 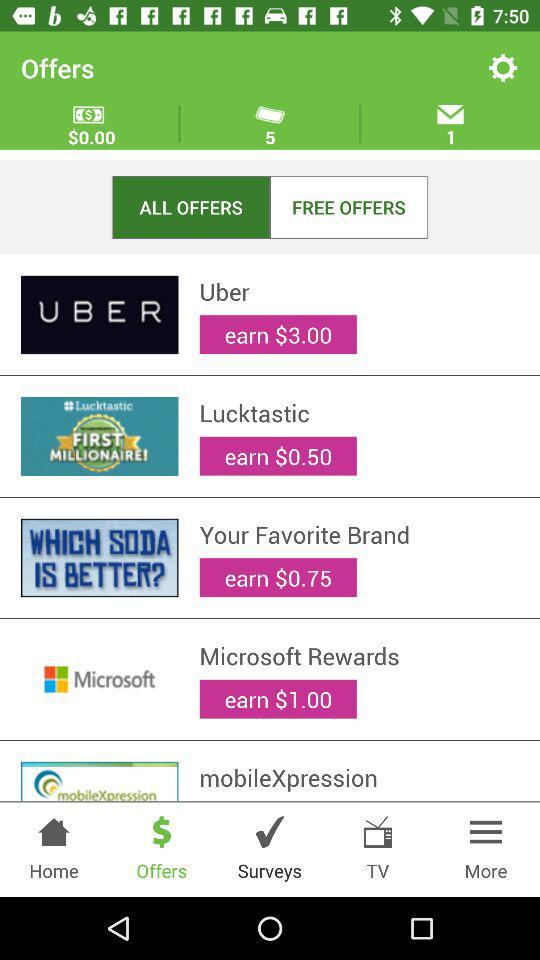 I want to click on icon below earn $3.00 item, so click(x=358, y=412).